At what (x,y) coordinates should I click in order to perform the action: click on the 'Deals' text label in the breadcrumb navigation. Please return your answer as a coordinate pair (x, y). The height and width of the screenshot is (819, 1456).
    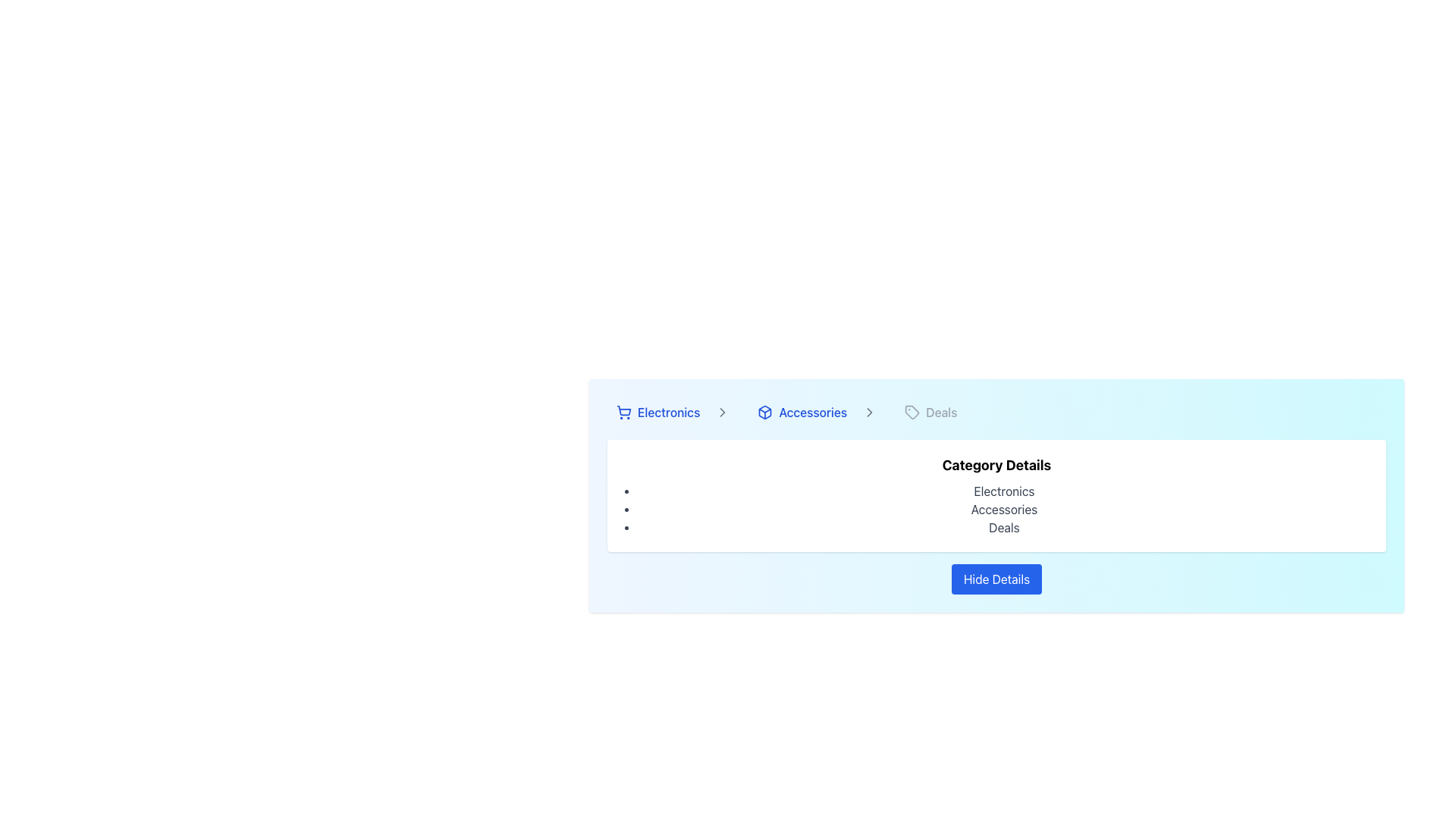
    Looking at the image, I should click on (940, 412).